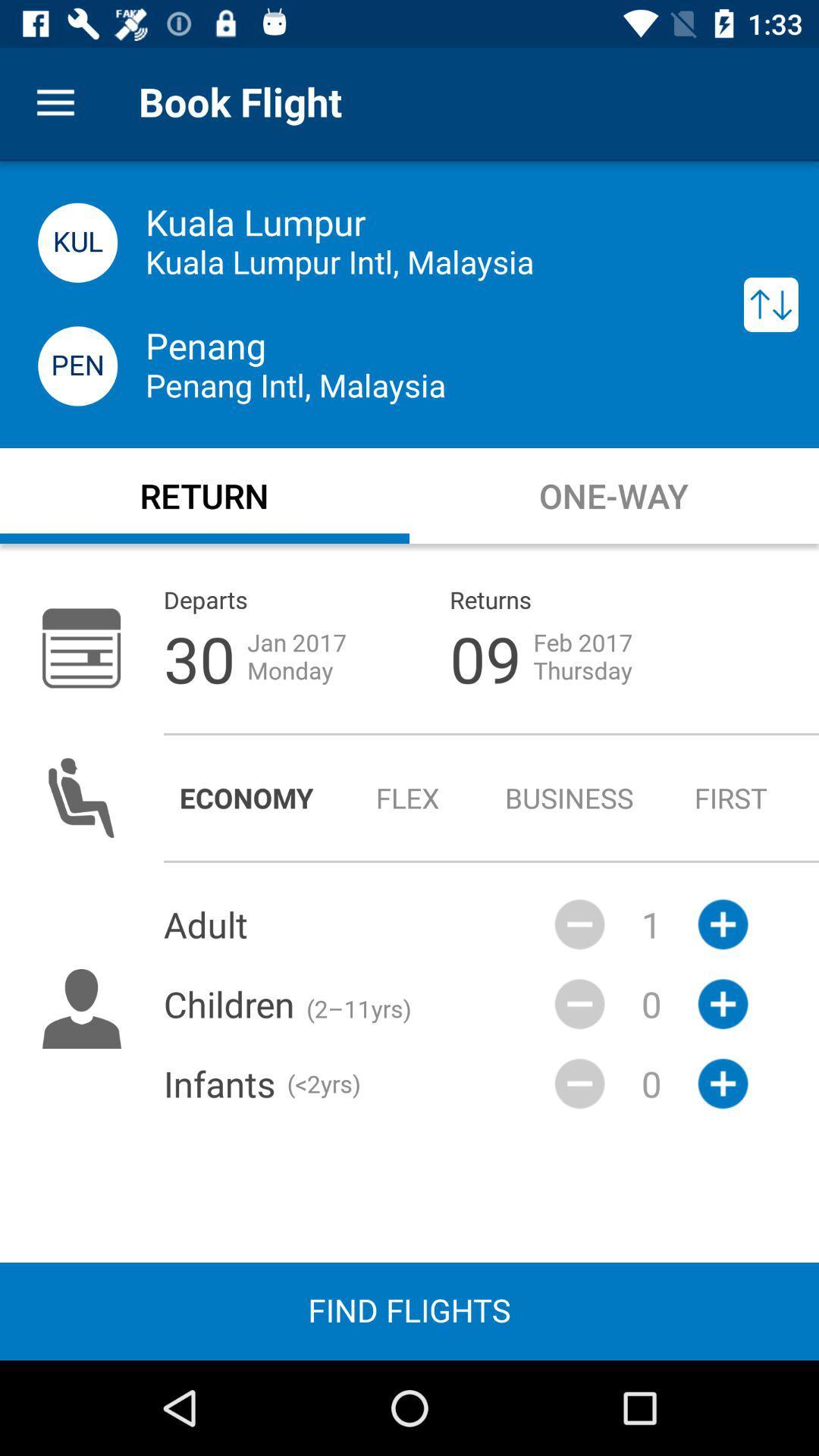 The image size is (819, 1456). Describe the element at coordinates (722, 924) in the screenshot. I see `the add icon` at that location.